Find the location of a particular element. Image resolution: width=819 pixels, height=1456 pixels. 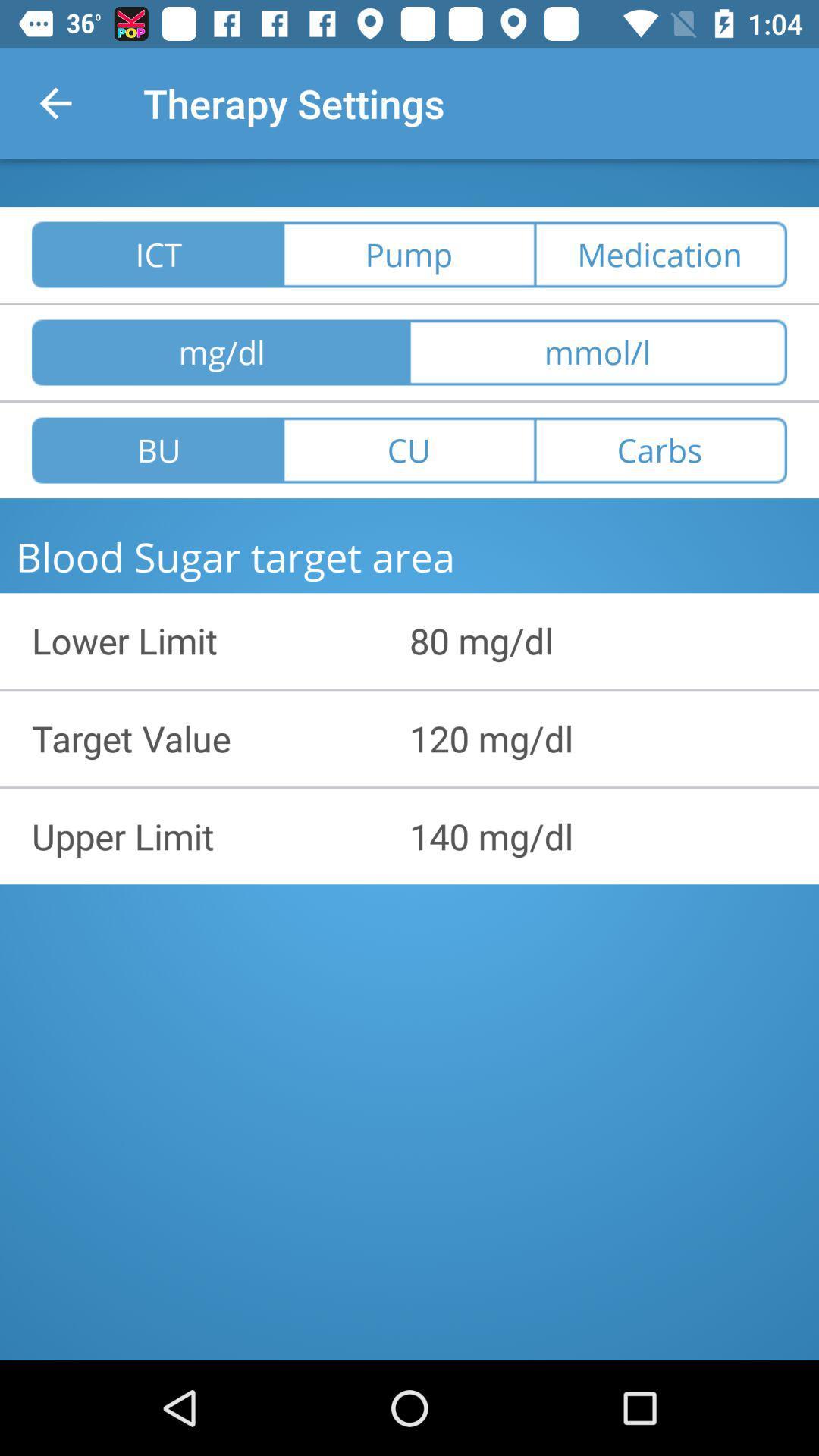

item to the left of carbs item is located at coordinates (408, 450).